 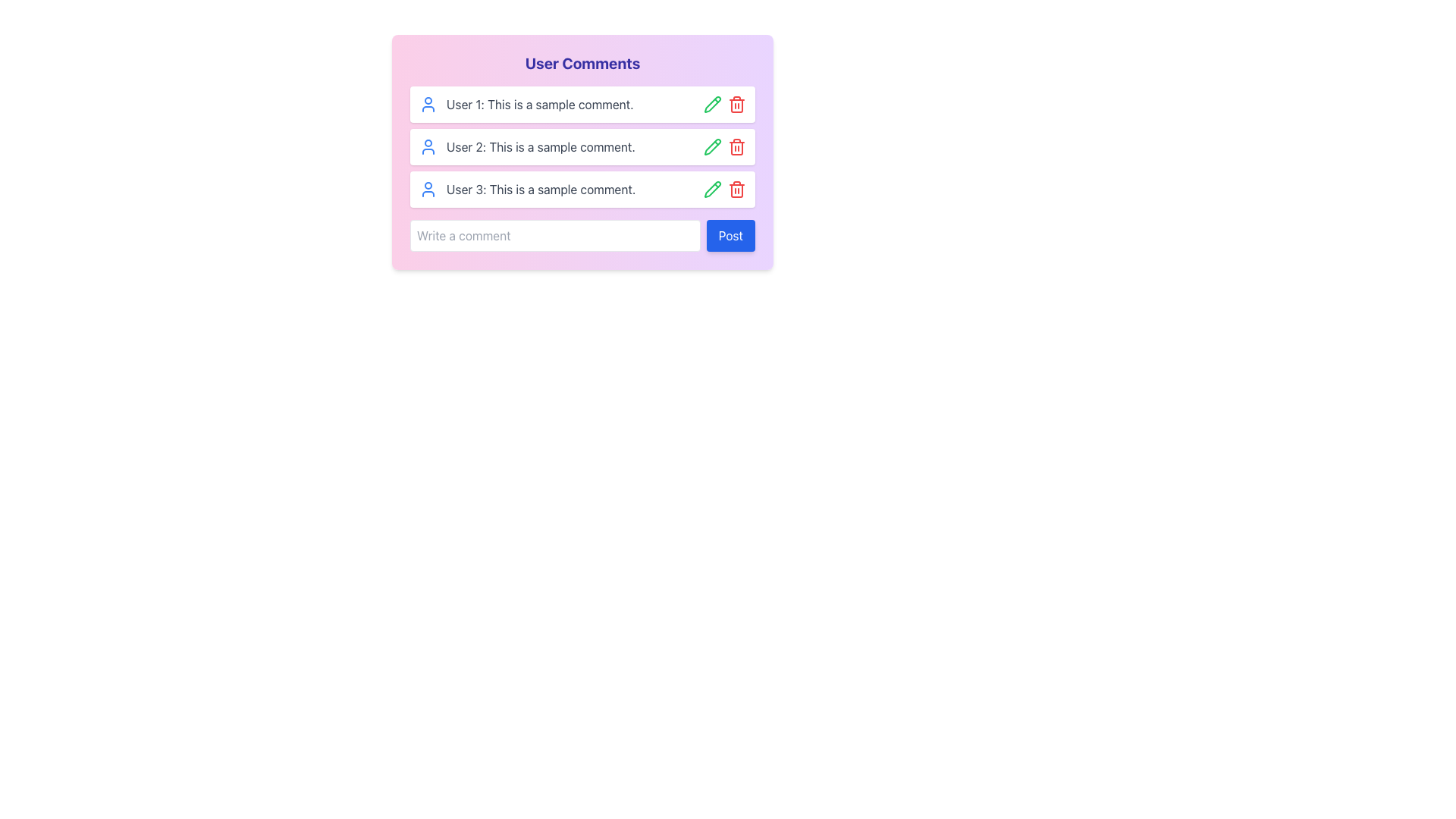 I want to click on the delete button located in the second row of the 'User Comments' list, which is on the right side of the row adjacent to the light green edit icon, so click(x=736, y=146).